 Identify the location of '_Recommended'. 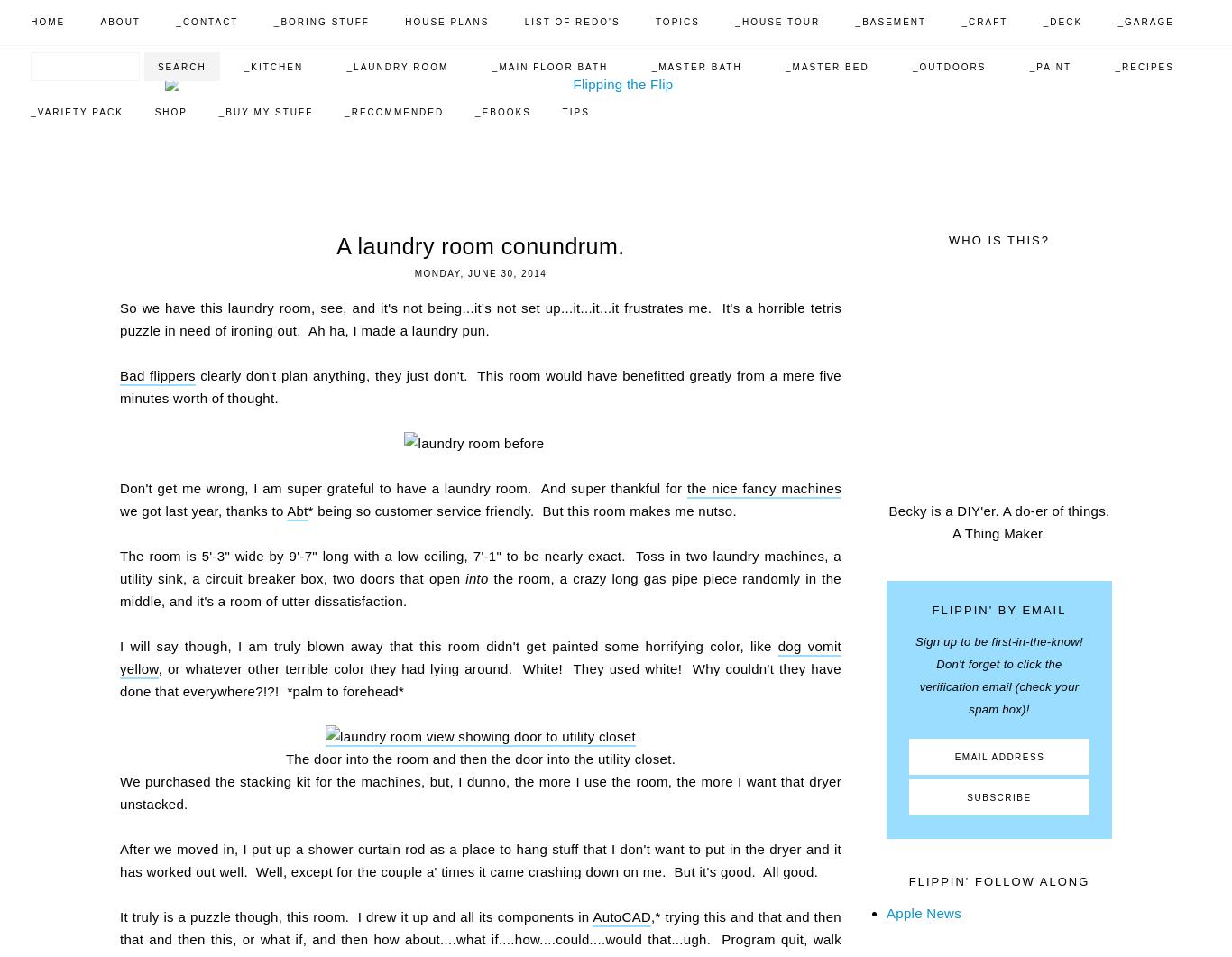
(343, 112).